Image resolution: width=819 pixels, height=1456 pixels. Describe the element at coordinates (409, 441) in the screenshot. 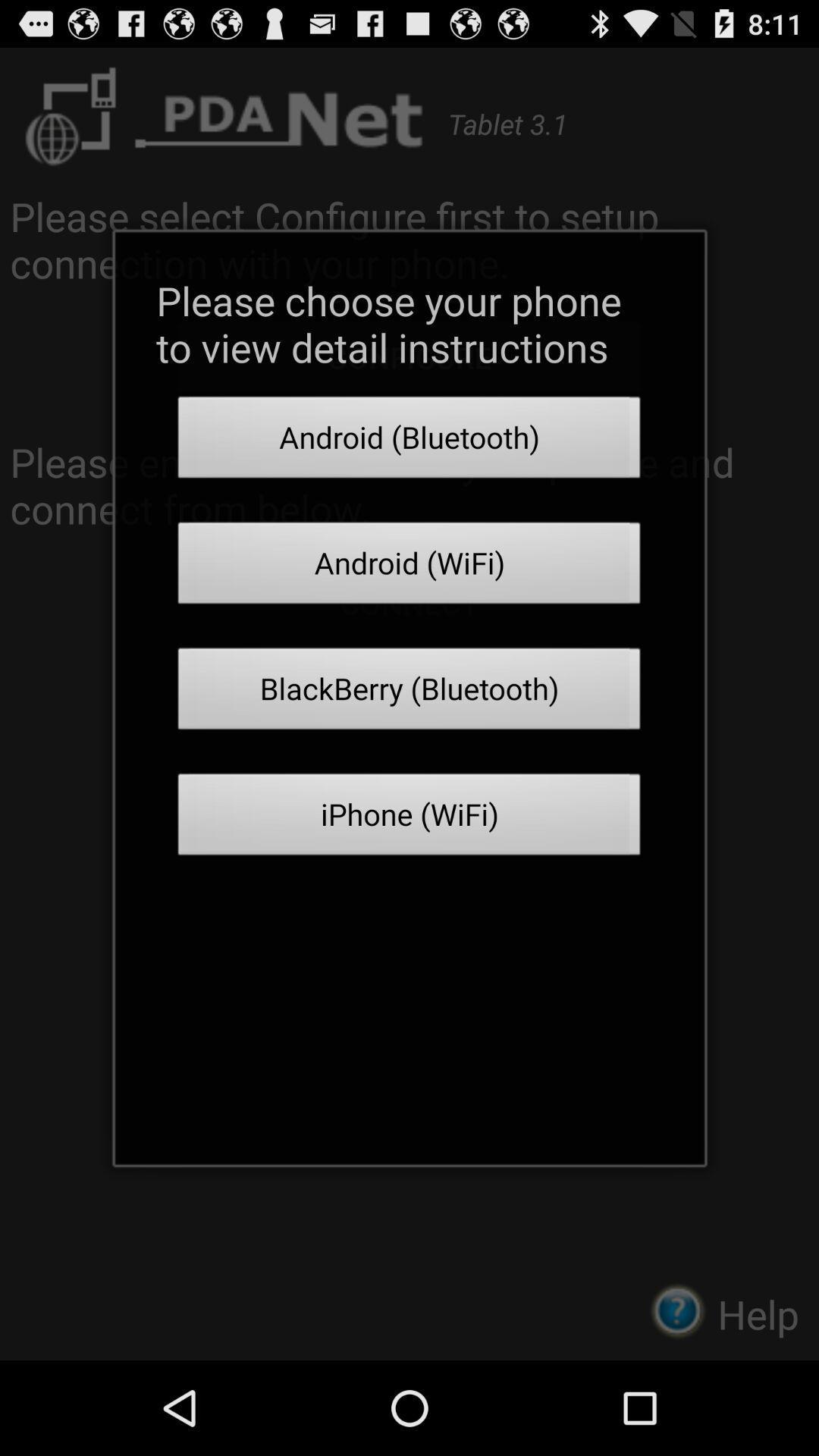

I see `the button above android (wifi)` at that location.